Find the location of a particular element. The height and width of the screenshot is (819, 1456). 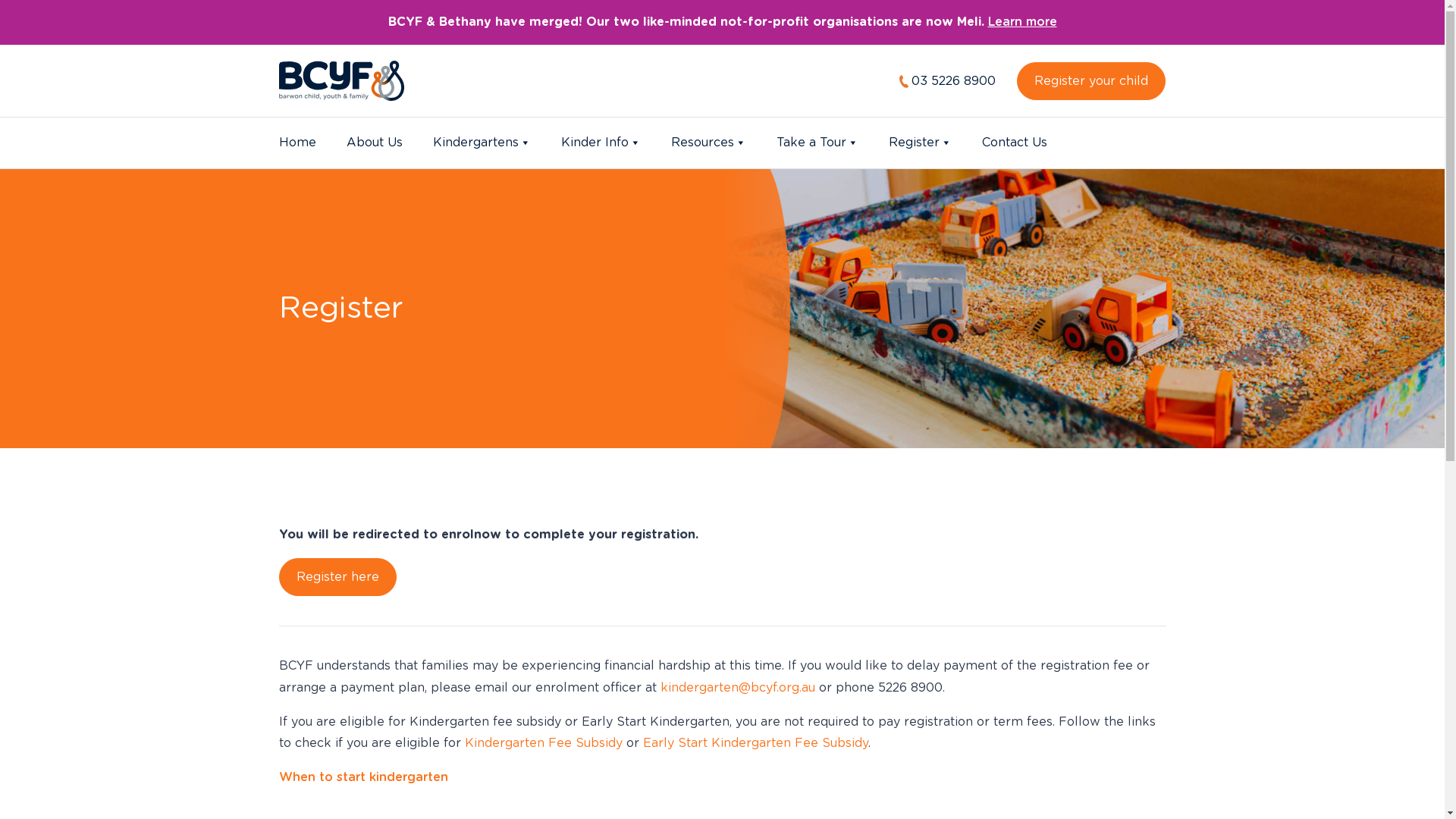

'Kindergarten Fee Subsidy' is located at coordinates (542, 742).